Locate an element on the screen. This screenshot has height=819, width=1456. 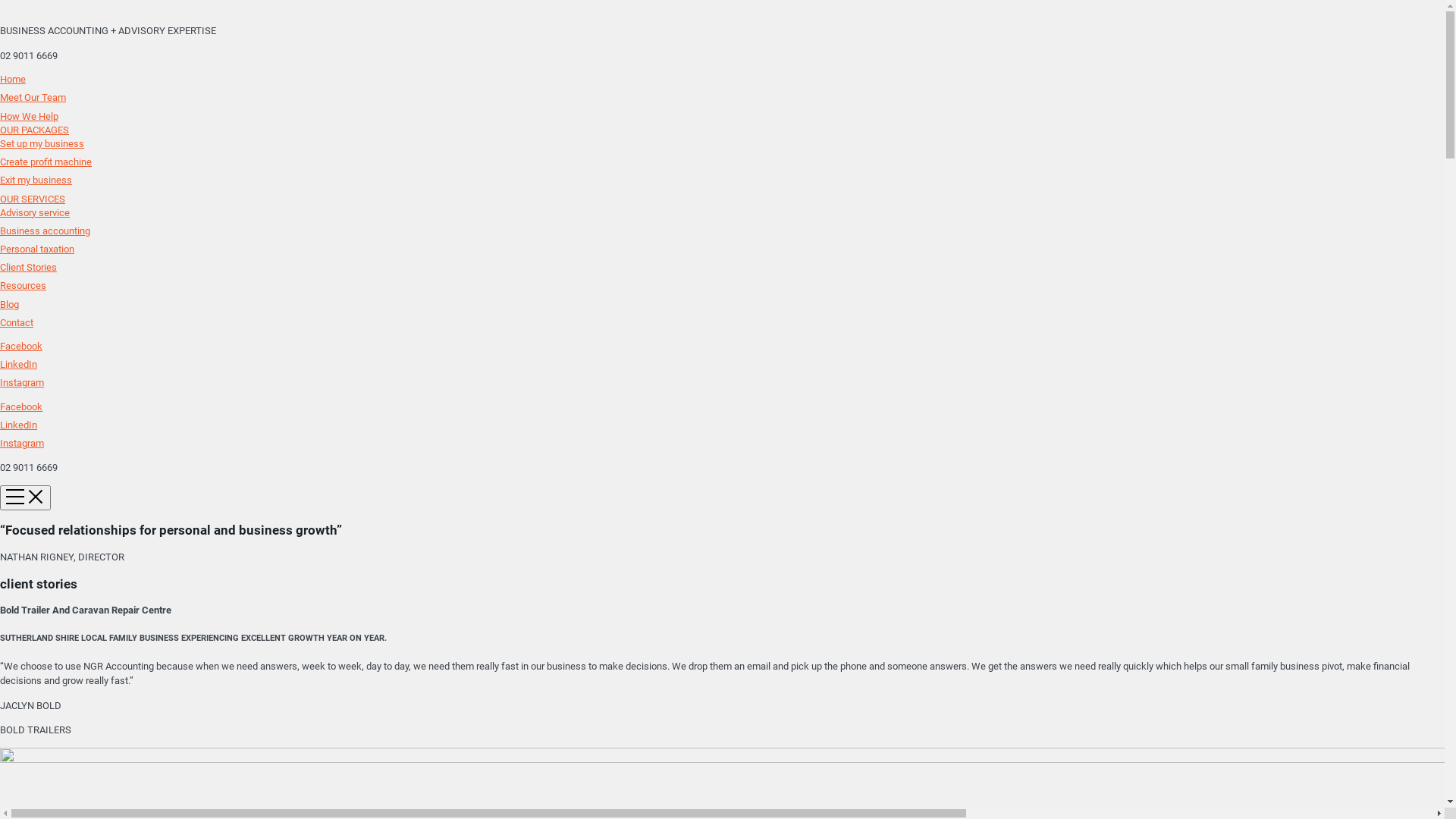
'OUR SERVICES' is located at coordinates (33, 197).